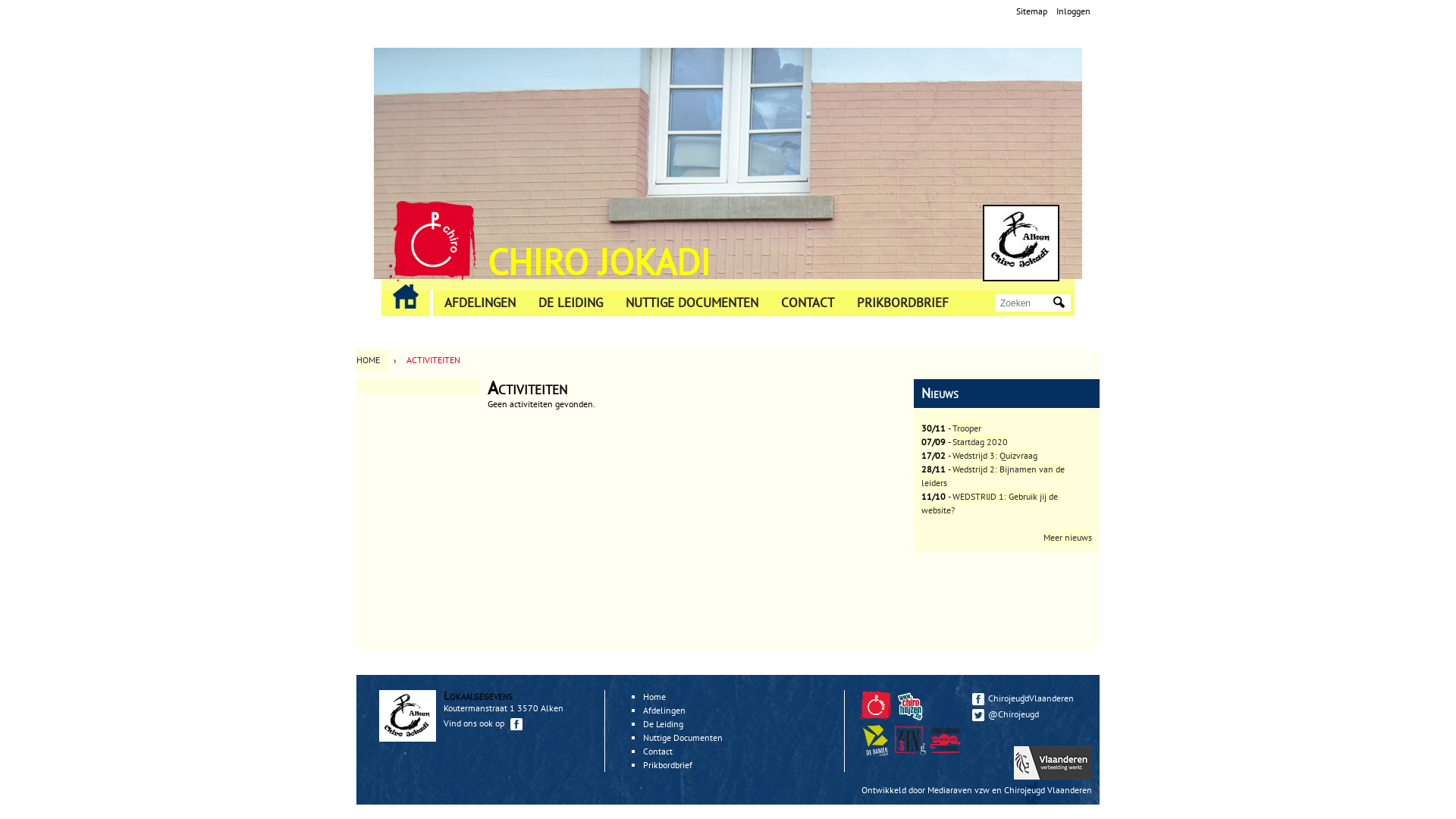 The image size is (1456, 819). What do you see at coordinates (957, 789) in the screenshot?
I see `'Mediaraven vzw'` at bounding box center [957, 789].